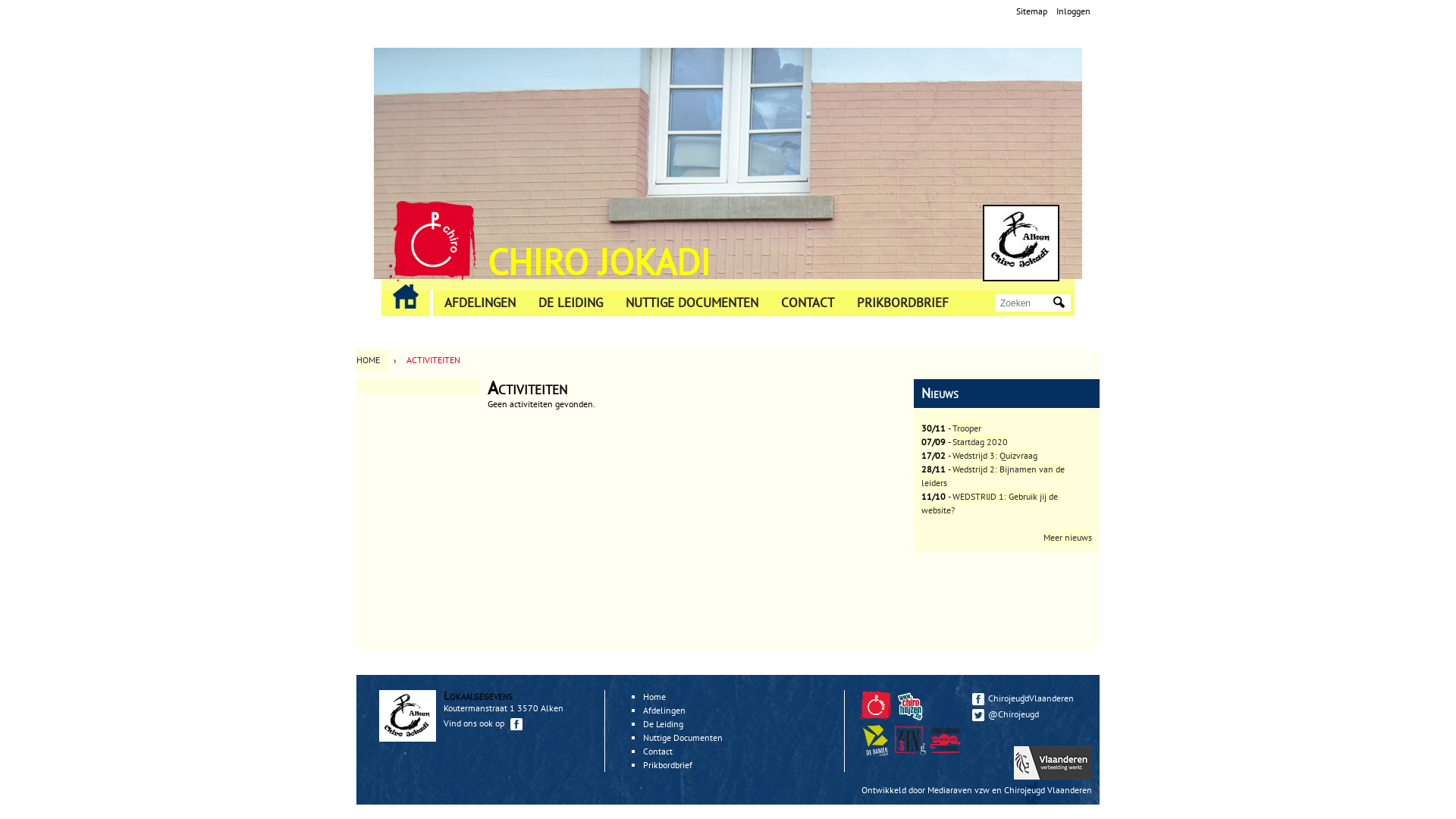 The image size is (1456, 819). What do you see at coordinates (957, 789) in the screenshot?
I see `'Mediaraven vzw'` at bounding box center [957, 789].